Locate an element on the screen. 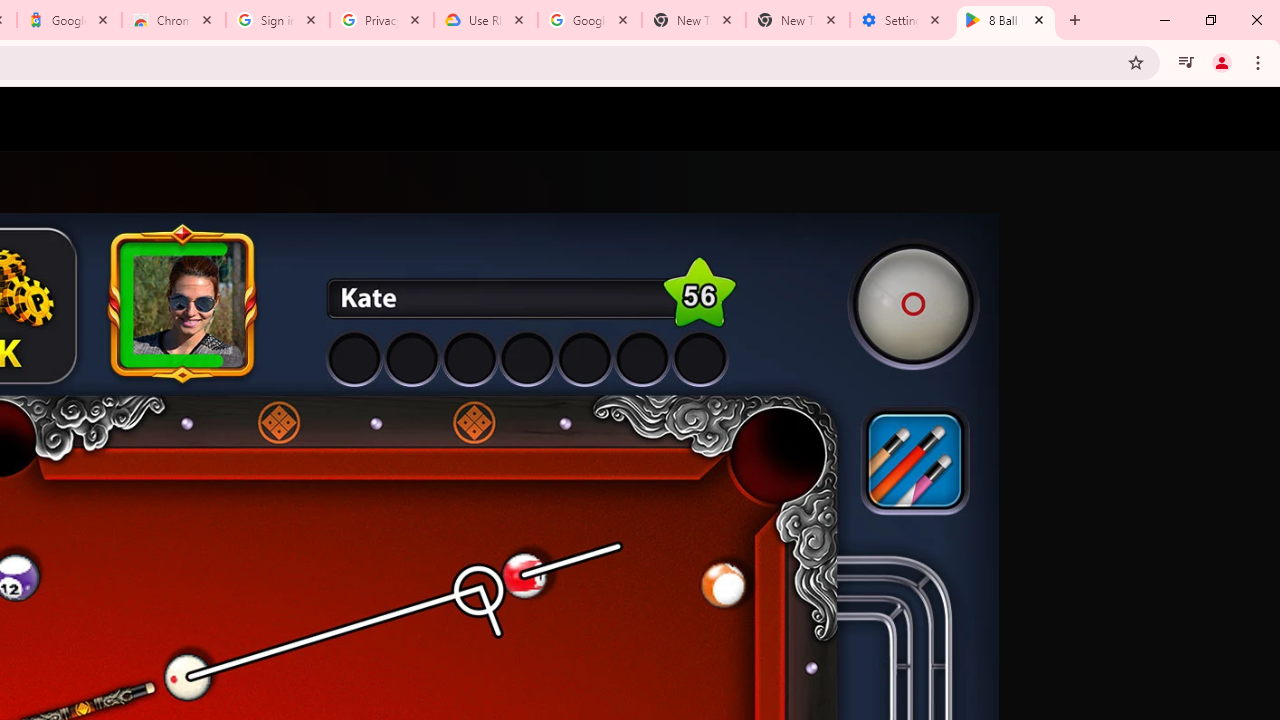 This screenshot has height=720, width=1280. 'Settings - System' is located at coordinates (900, 20).